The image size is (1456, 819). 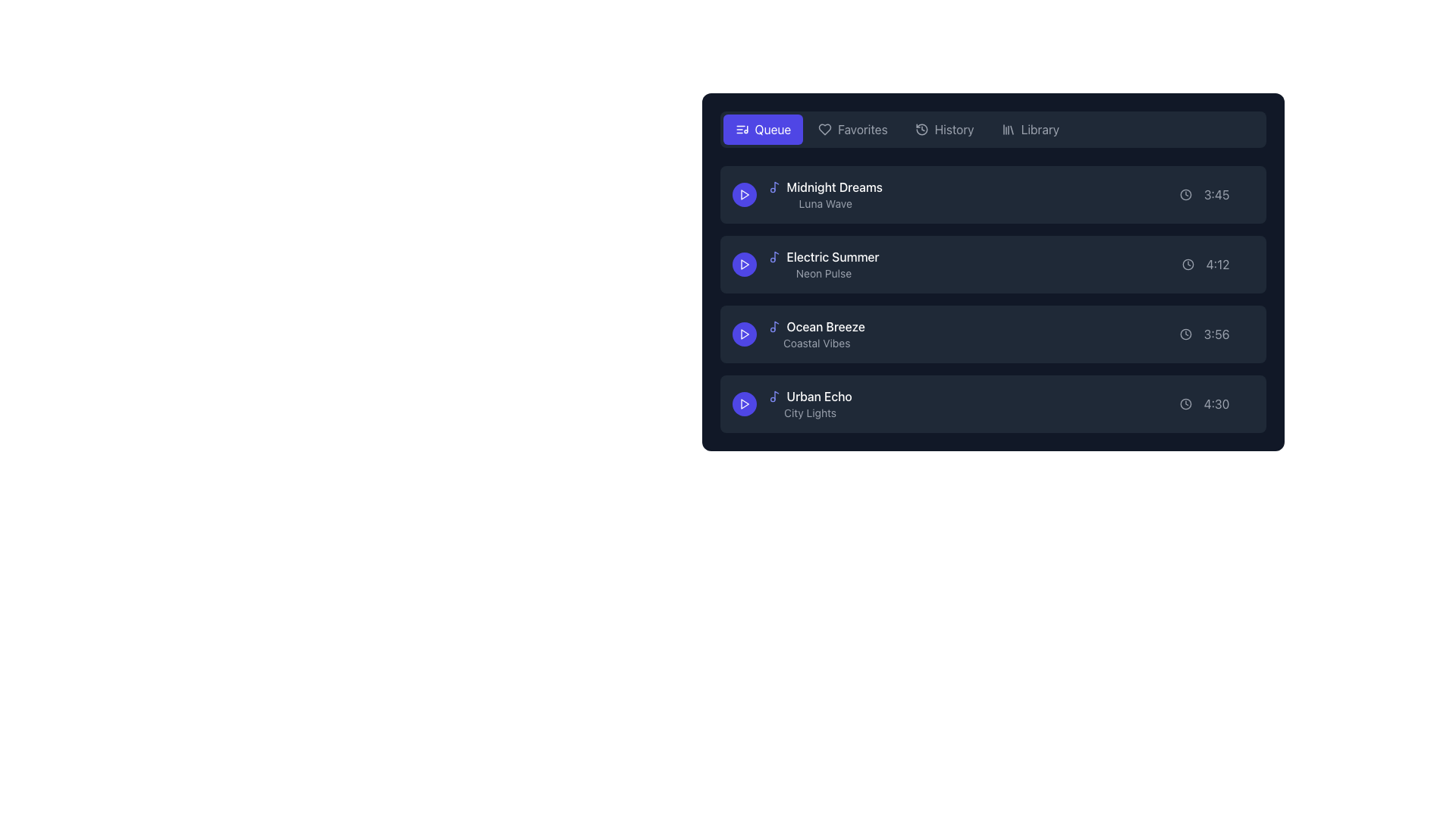 What do you see at coordinates (823, 263) in the screenshot?
I see `the second list item in the playlist, which provides visual information about the track, positioned between 'Midnight Dreams' and 'Ocean Breeze'` at bounding box center [823, 263].